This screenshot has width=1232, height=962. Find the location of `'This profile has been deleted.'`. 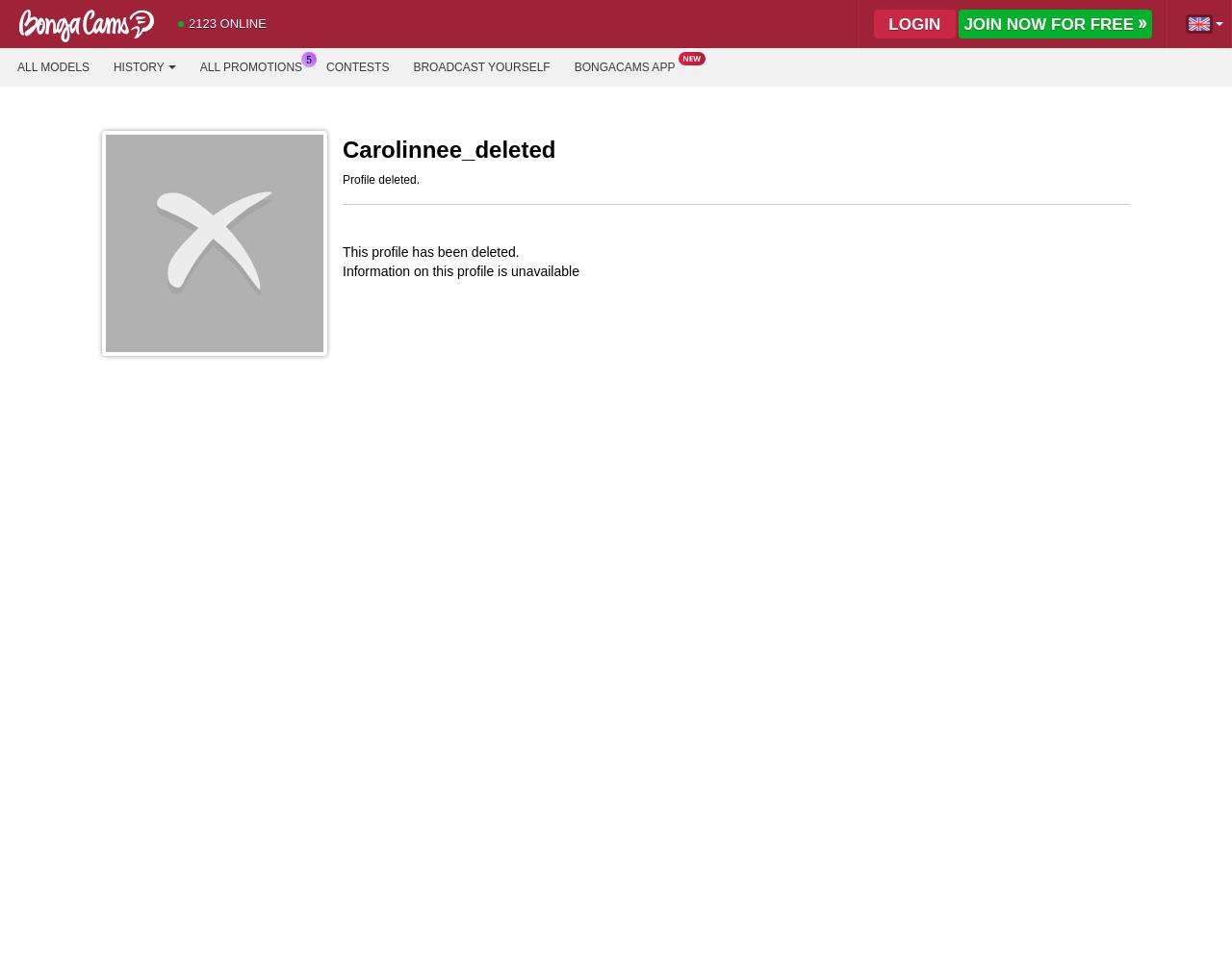

'This profile has been deleted.' is located at coordinates (342, 251).